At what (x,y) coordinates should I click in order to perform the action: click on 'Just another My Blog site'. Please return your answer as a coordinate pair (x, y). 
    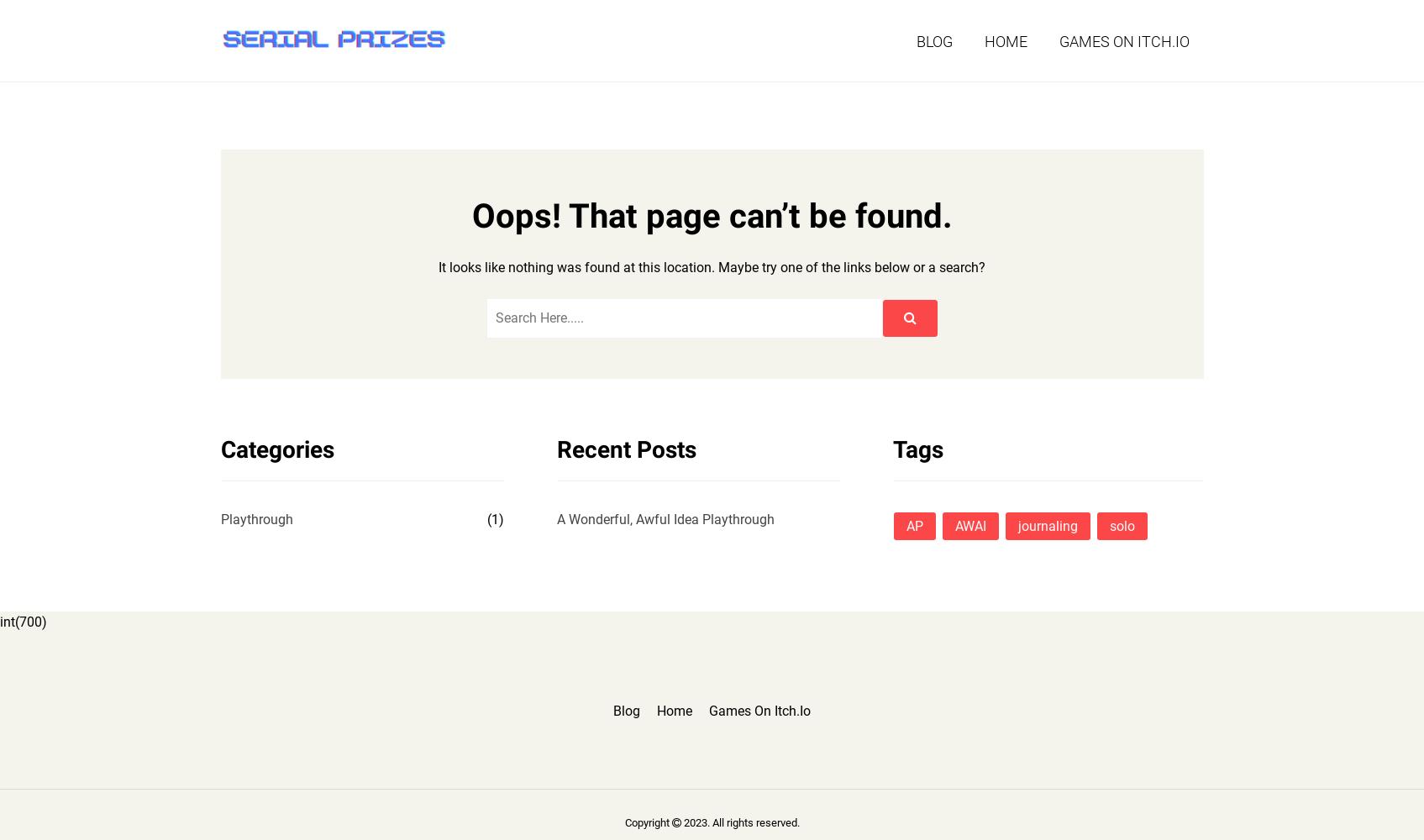
    Looking at the image, I should click on (297, 73).